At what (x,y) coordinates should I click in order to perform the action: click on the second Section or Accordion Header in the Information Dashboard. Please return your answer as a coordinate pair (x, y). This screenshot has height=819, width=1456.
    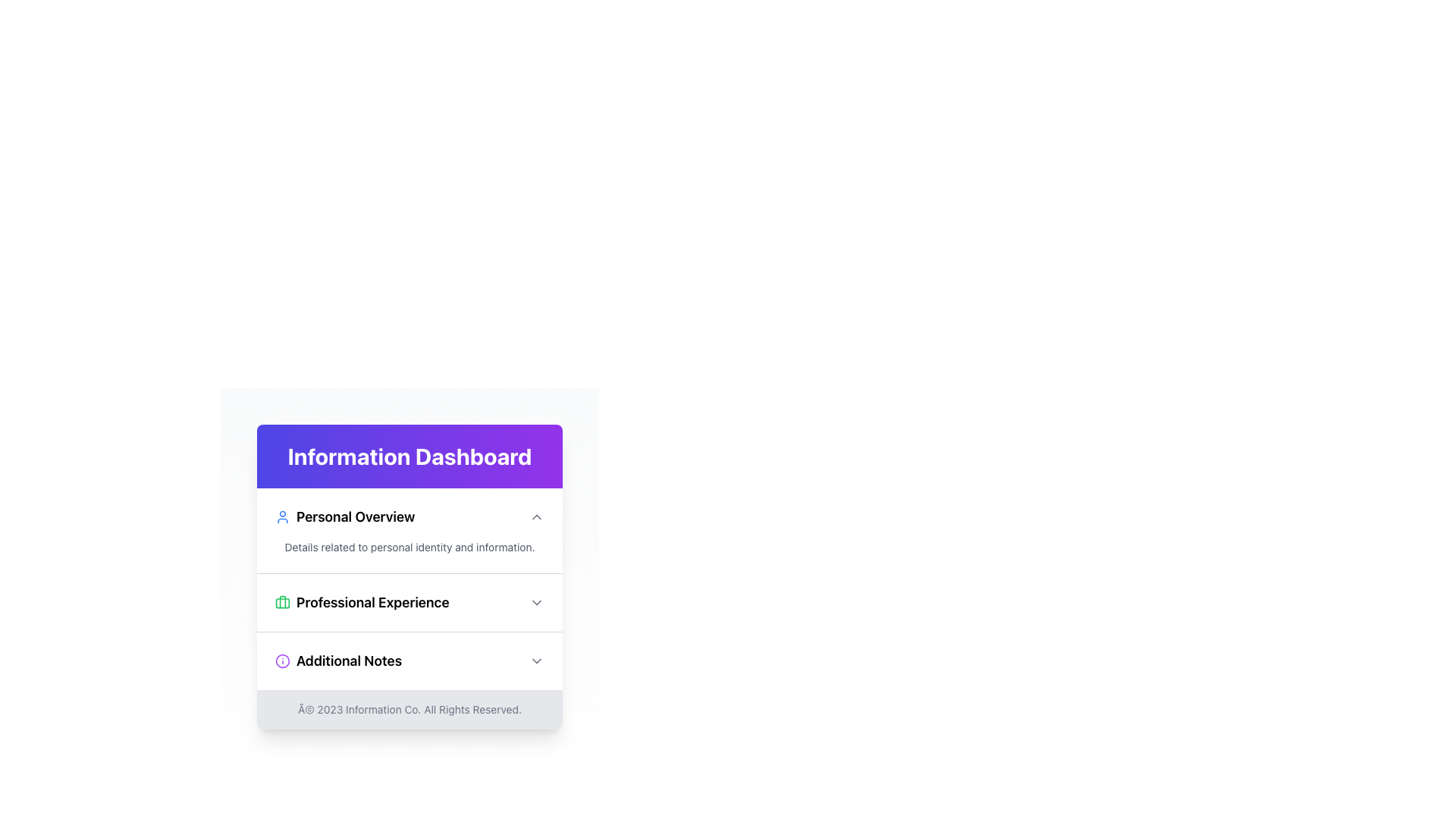
    Looking at the image, I should click on (409, 588).